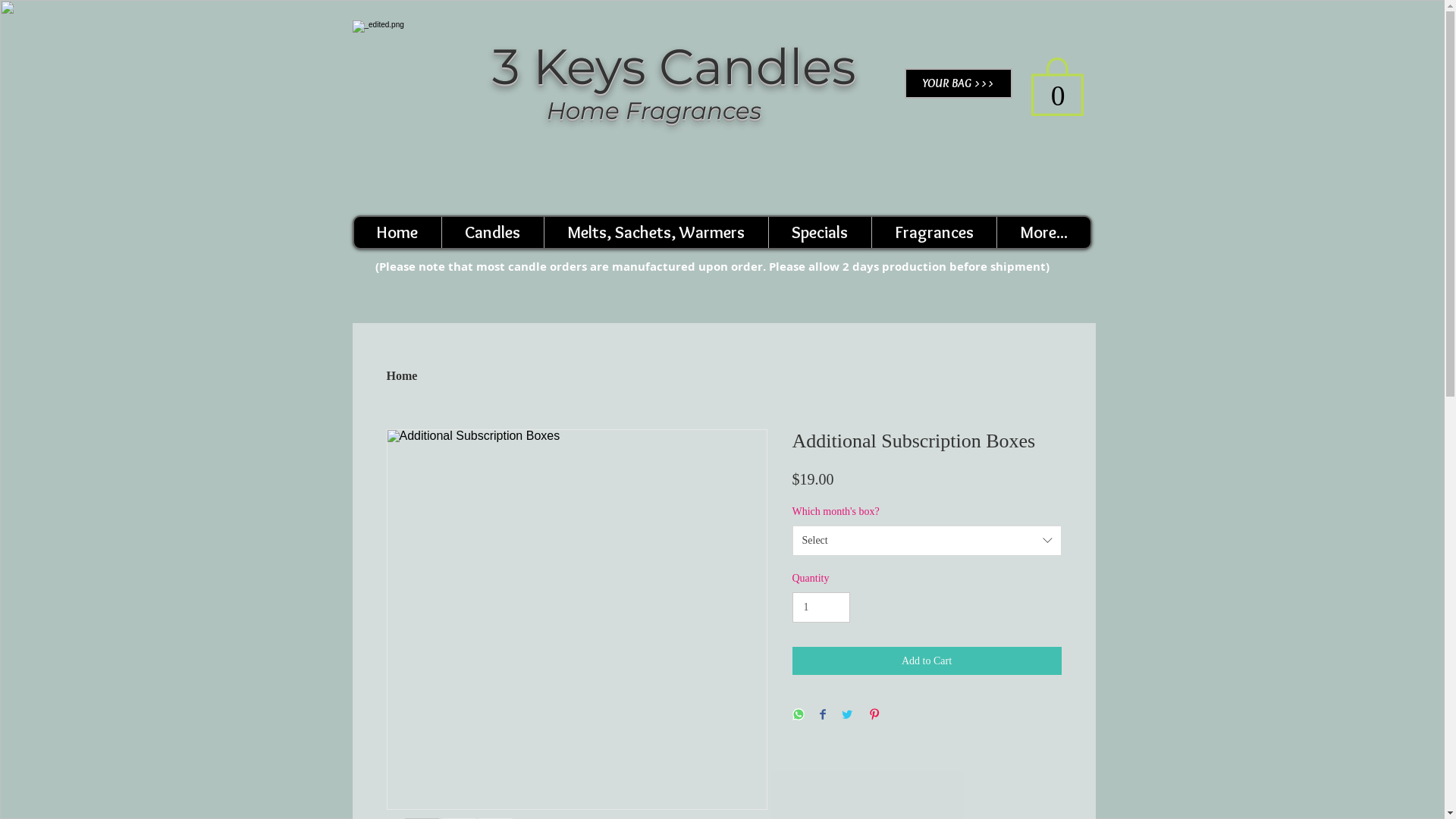  What do you see at coordinates (870, 232) in the screenshot?
I see `'Fragrances'` at bounding box center [870, 232].